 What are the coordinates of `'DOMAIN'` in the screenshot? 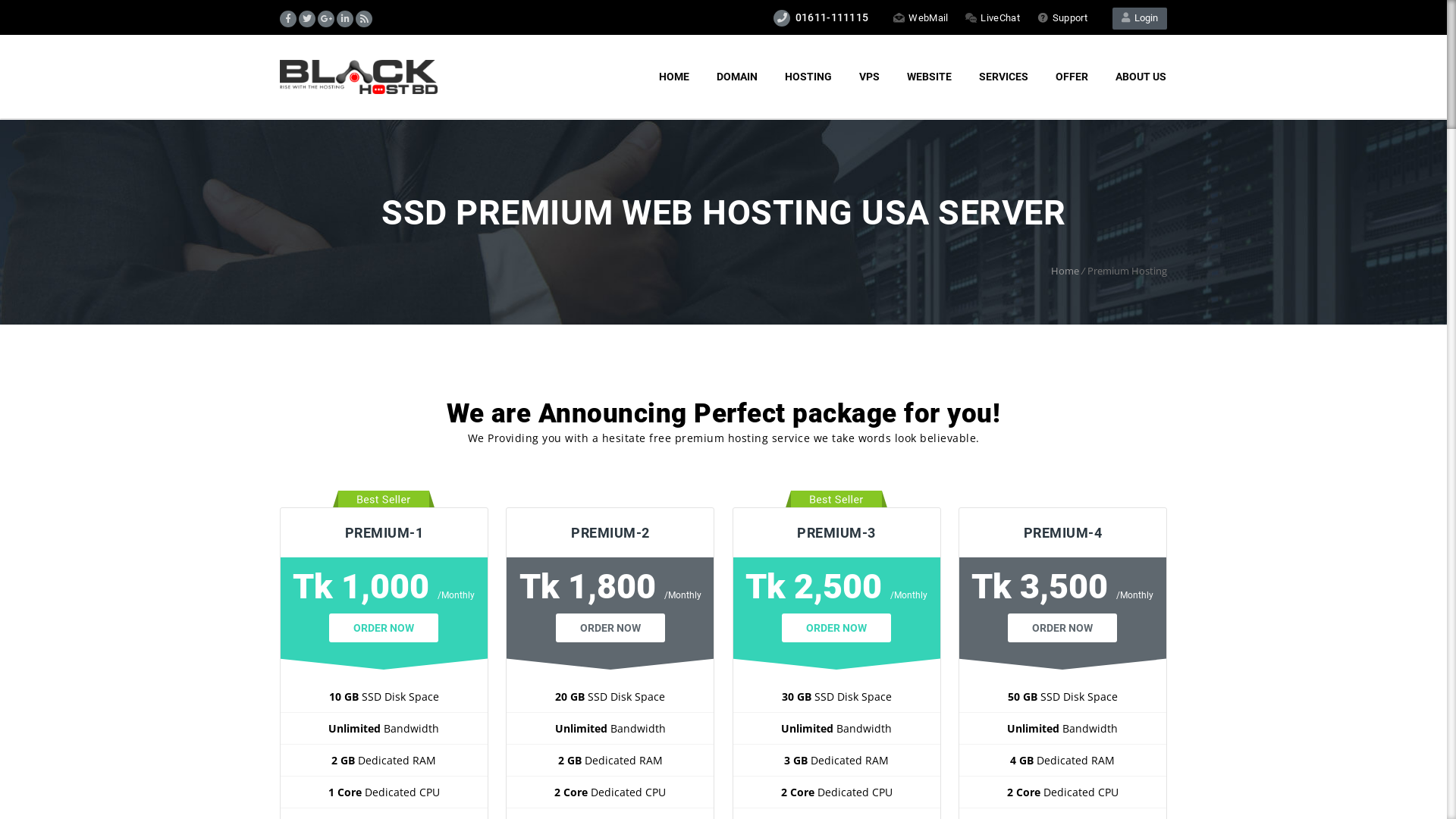 It's located at (736, 77).